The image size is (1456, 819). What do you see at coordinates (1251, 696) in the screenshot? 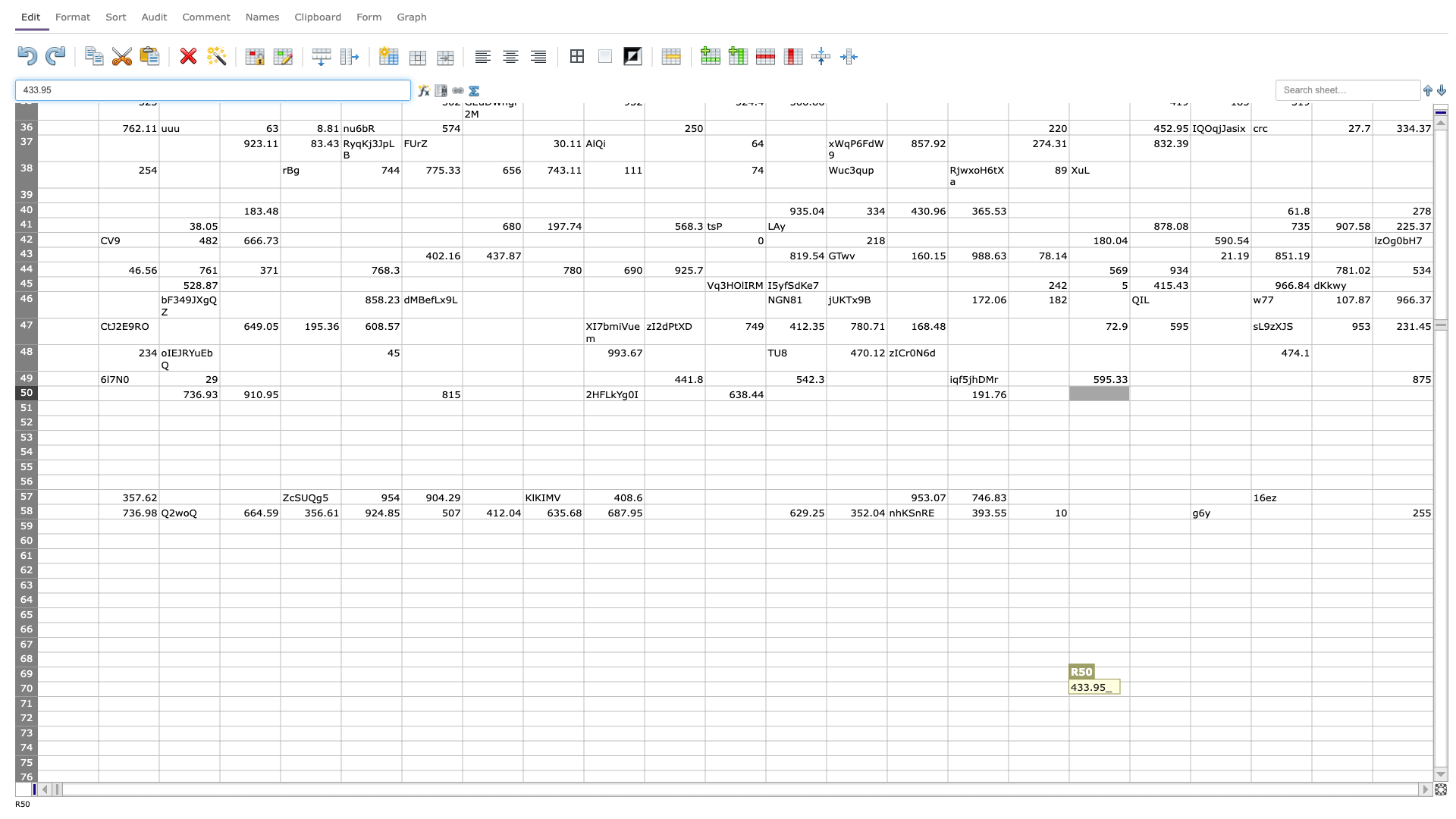
I see `fill handle of T70` at bounding box center [1251, 696].